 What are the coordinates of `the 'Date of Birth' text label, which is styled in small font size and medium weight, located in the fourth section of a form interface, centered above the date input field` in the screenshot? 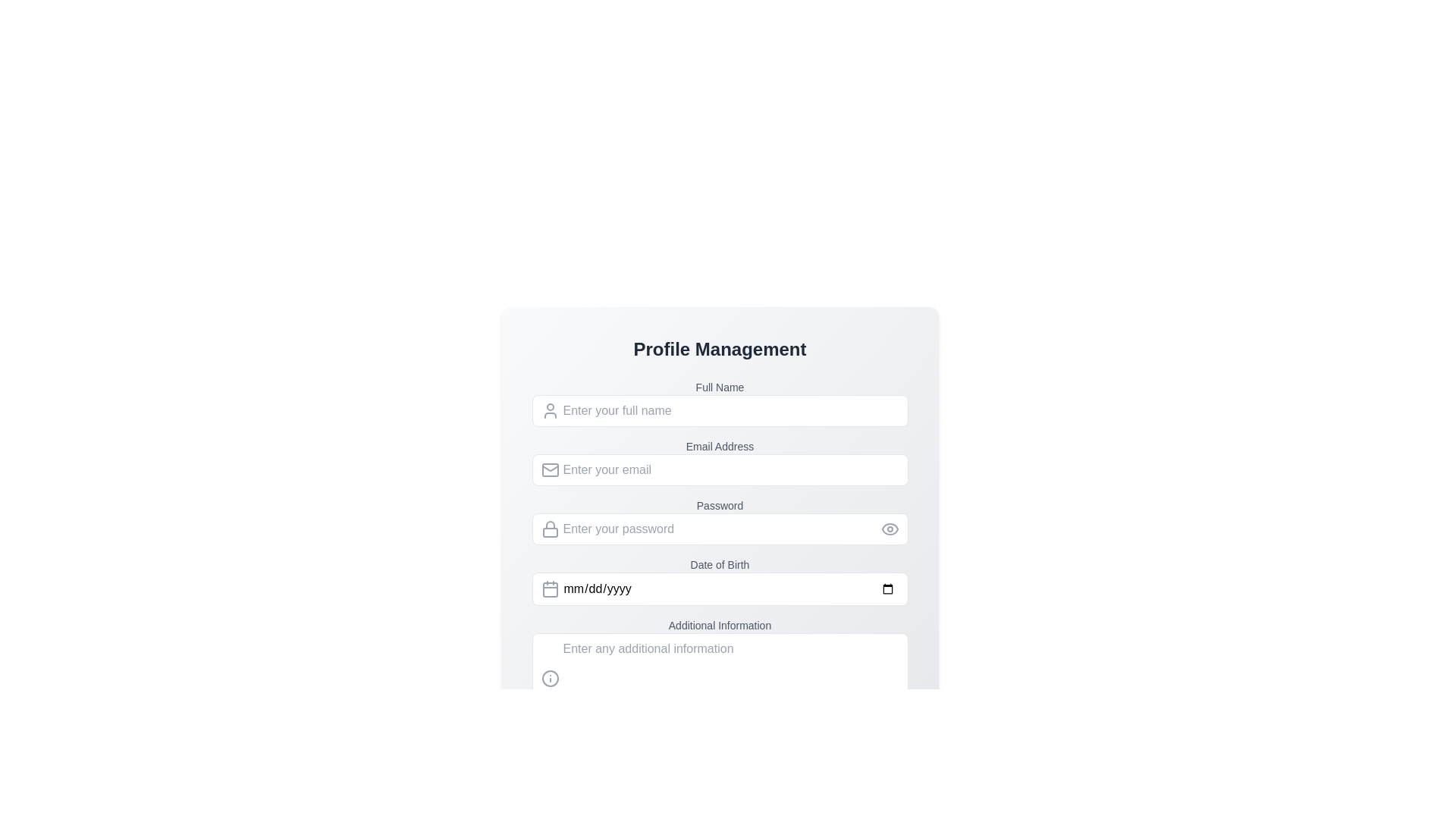 It's located at (719, 564).